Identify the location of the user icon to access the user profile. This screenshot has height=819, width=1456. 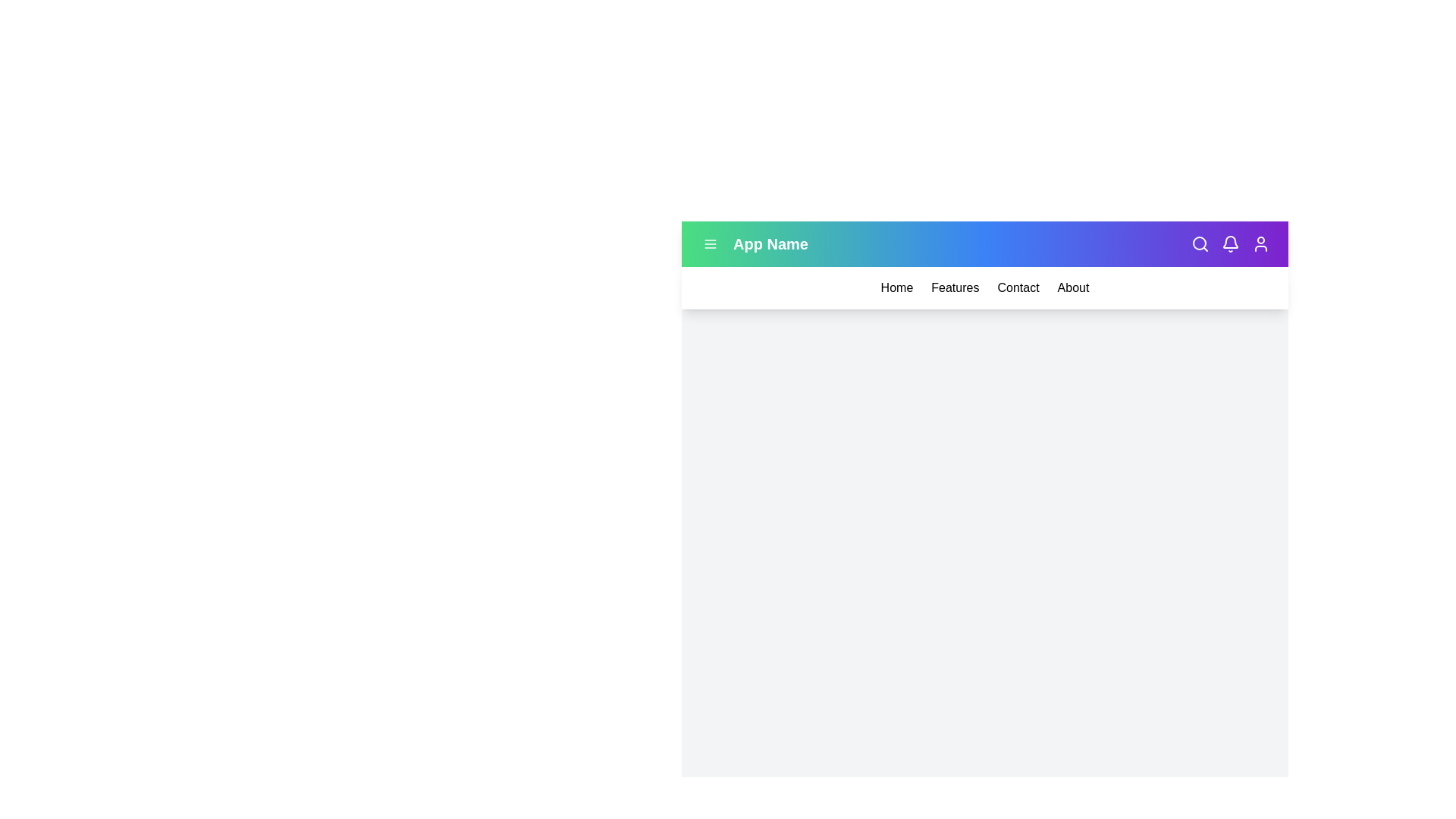
(1260, 243).